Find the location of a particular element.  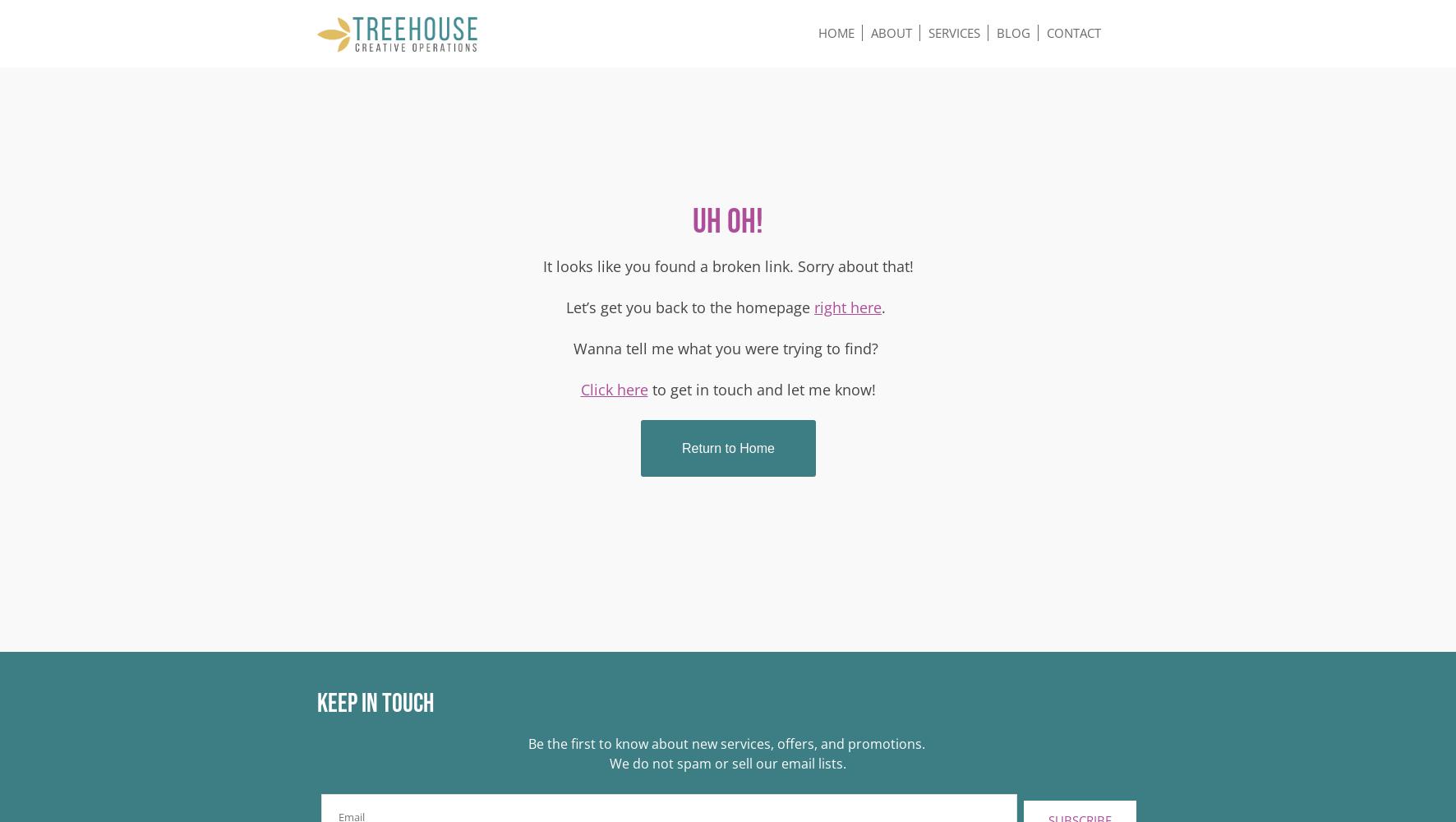

'Keep in touch' is located at coordinates (374, 703).